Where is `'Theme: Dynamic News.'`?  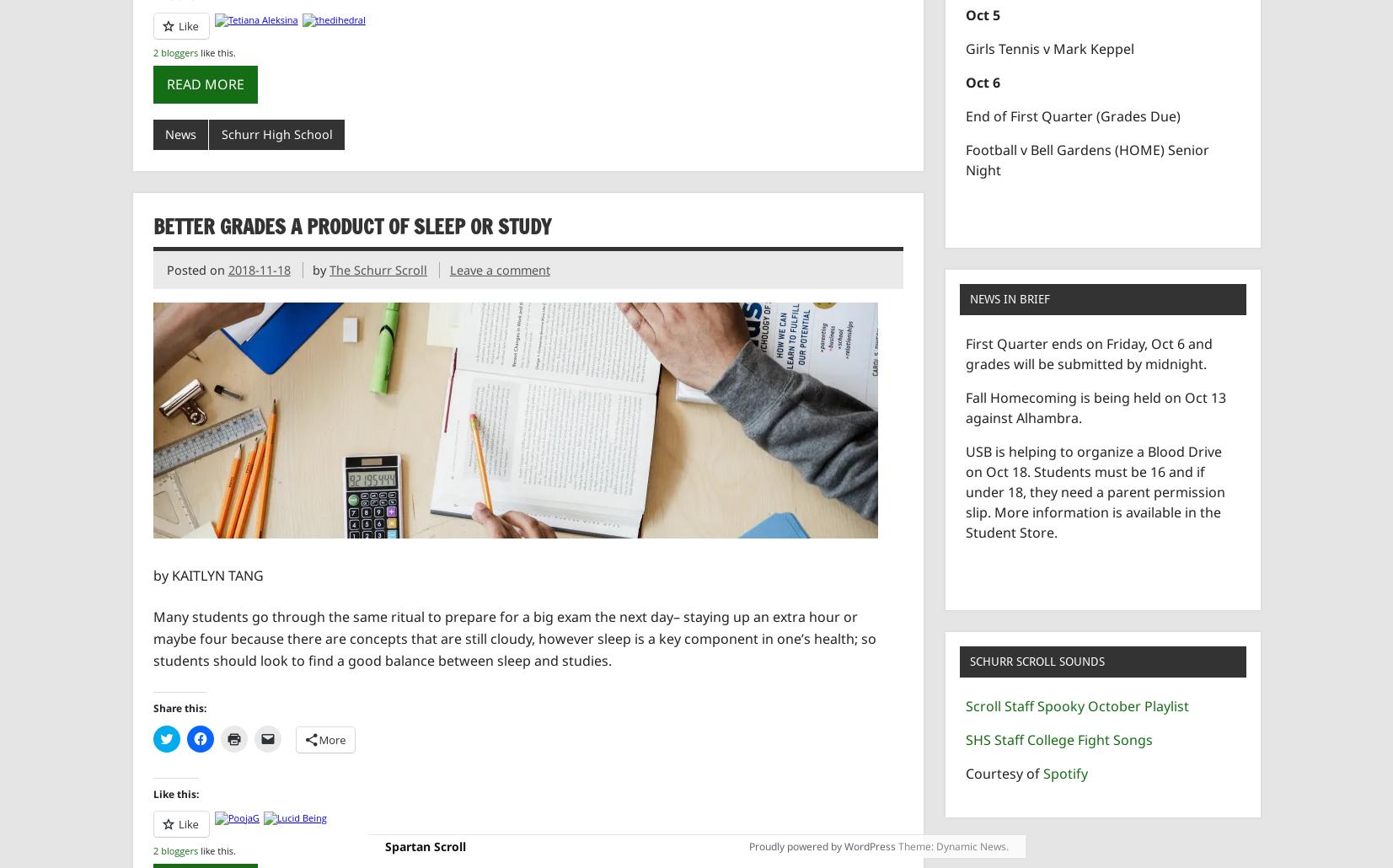 'Theme: Dynamic News.' is located at coordinates (951, 847).